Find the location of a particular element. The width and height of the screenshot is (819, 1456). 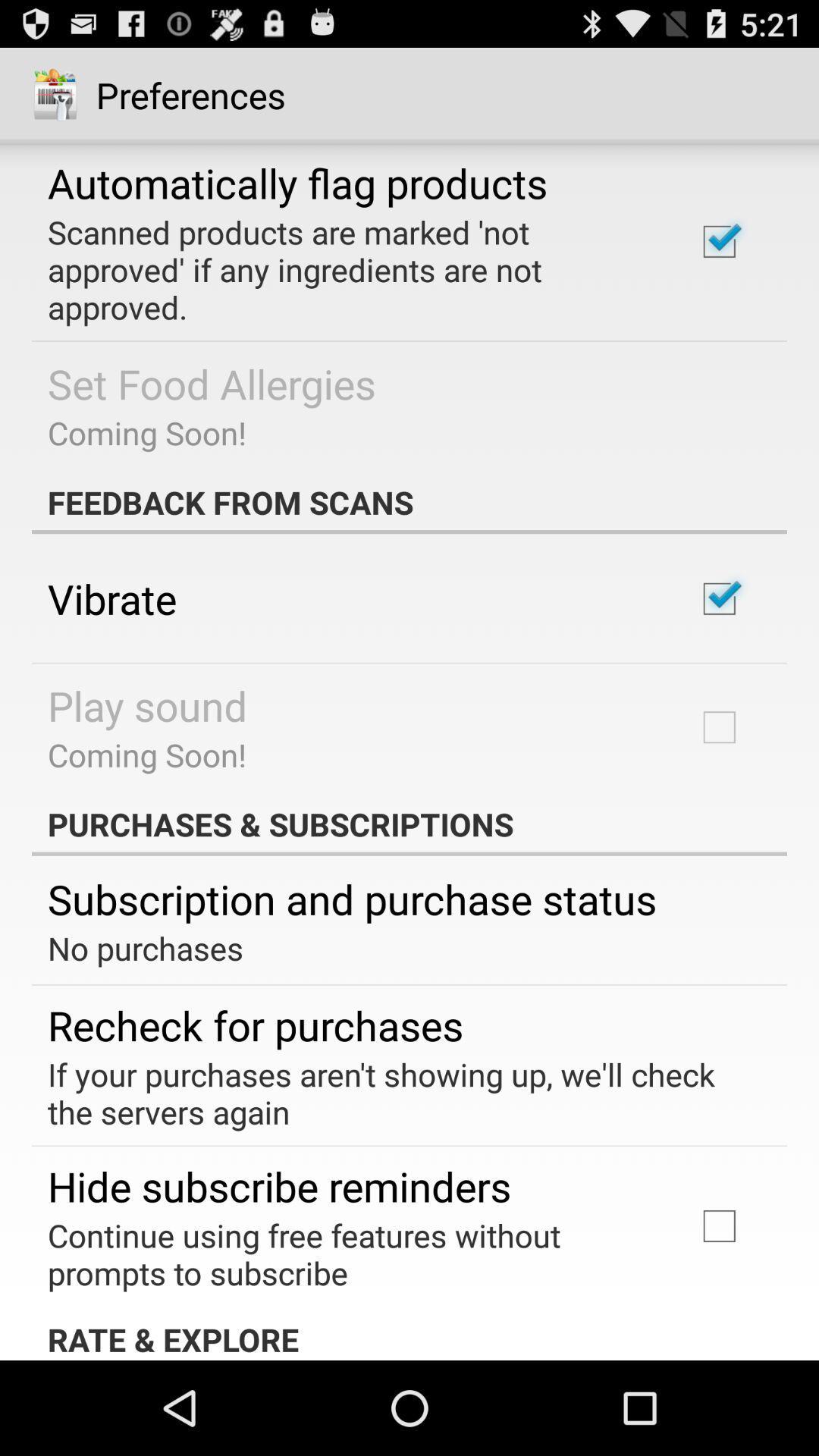

the no purchases item is located at coordinates (146, 947).